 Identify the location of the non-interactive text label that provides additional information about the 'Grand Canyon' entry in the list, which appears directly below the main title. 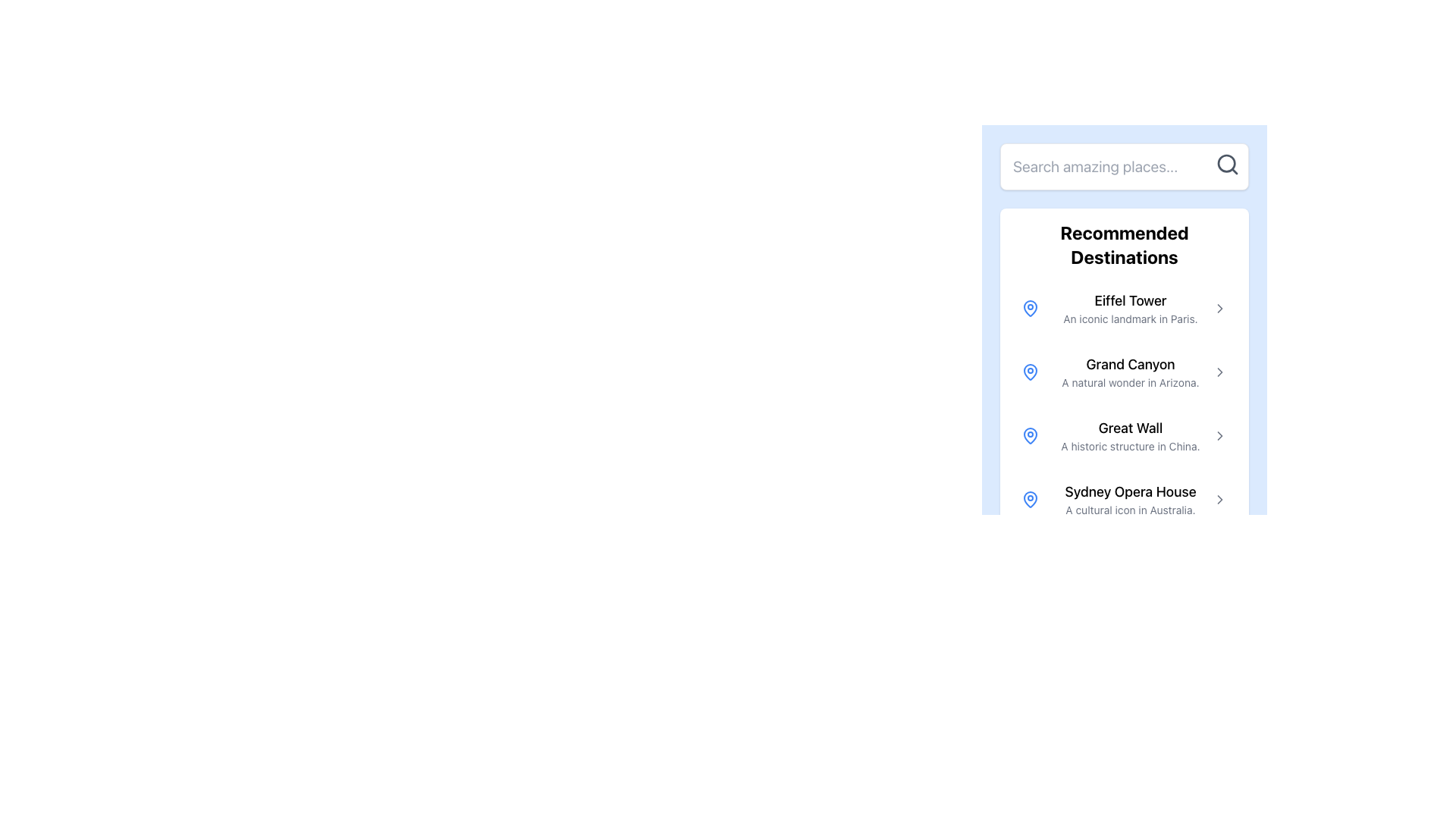
(1131, 382).